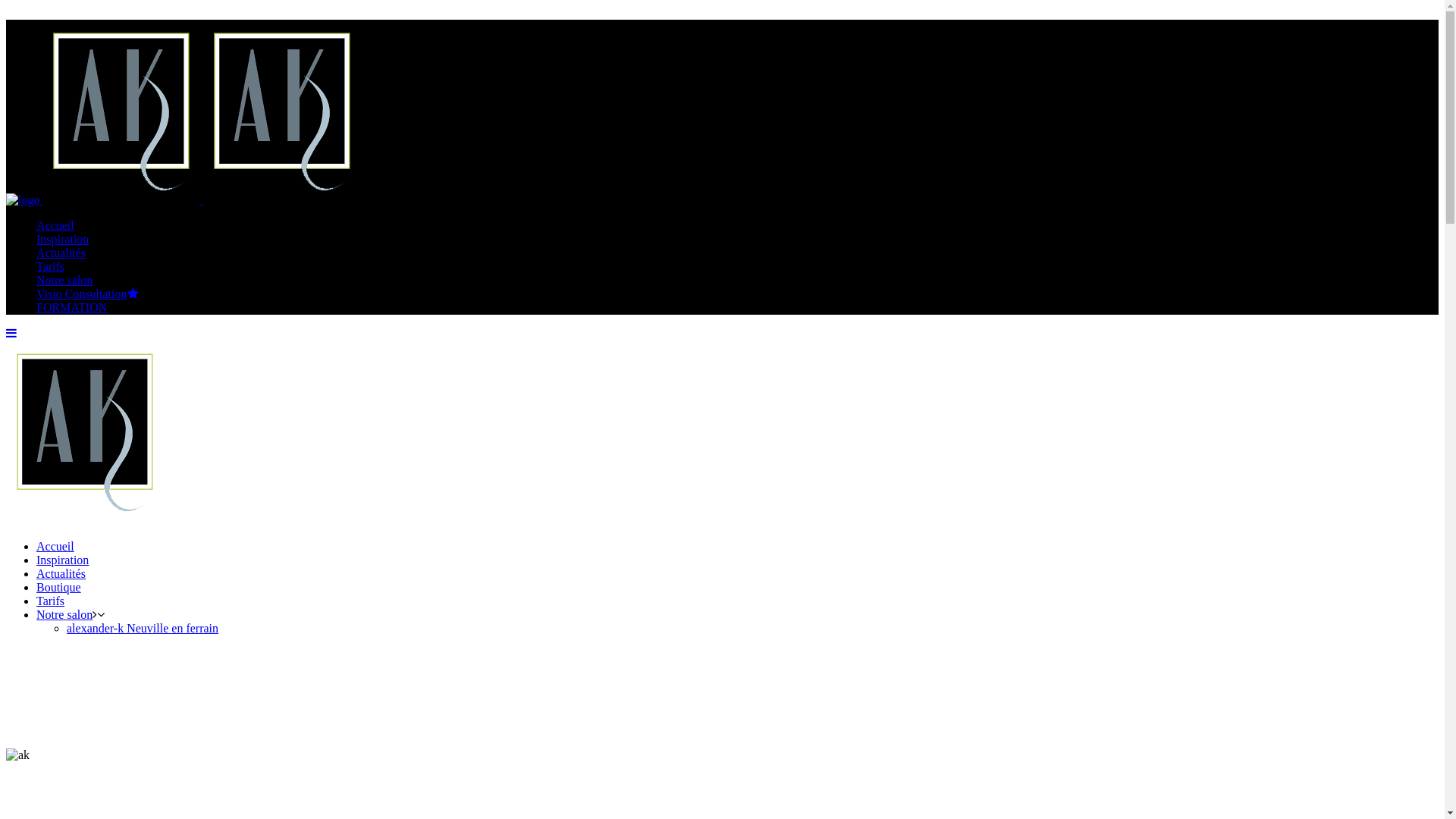 The width and height of the screenshot is (1456, 819). Describe the element at coordinates (50, 265) in the screenshot. I see `'Tarifs'` at that location.